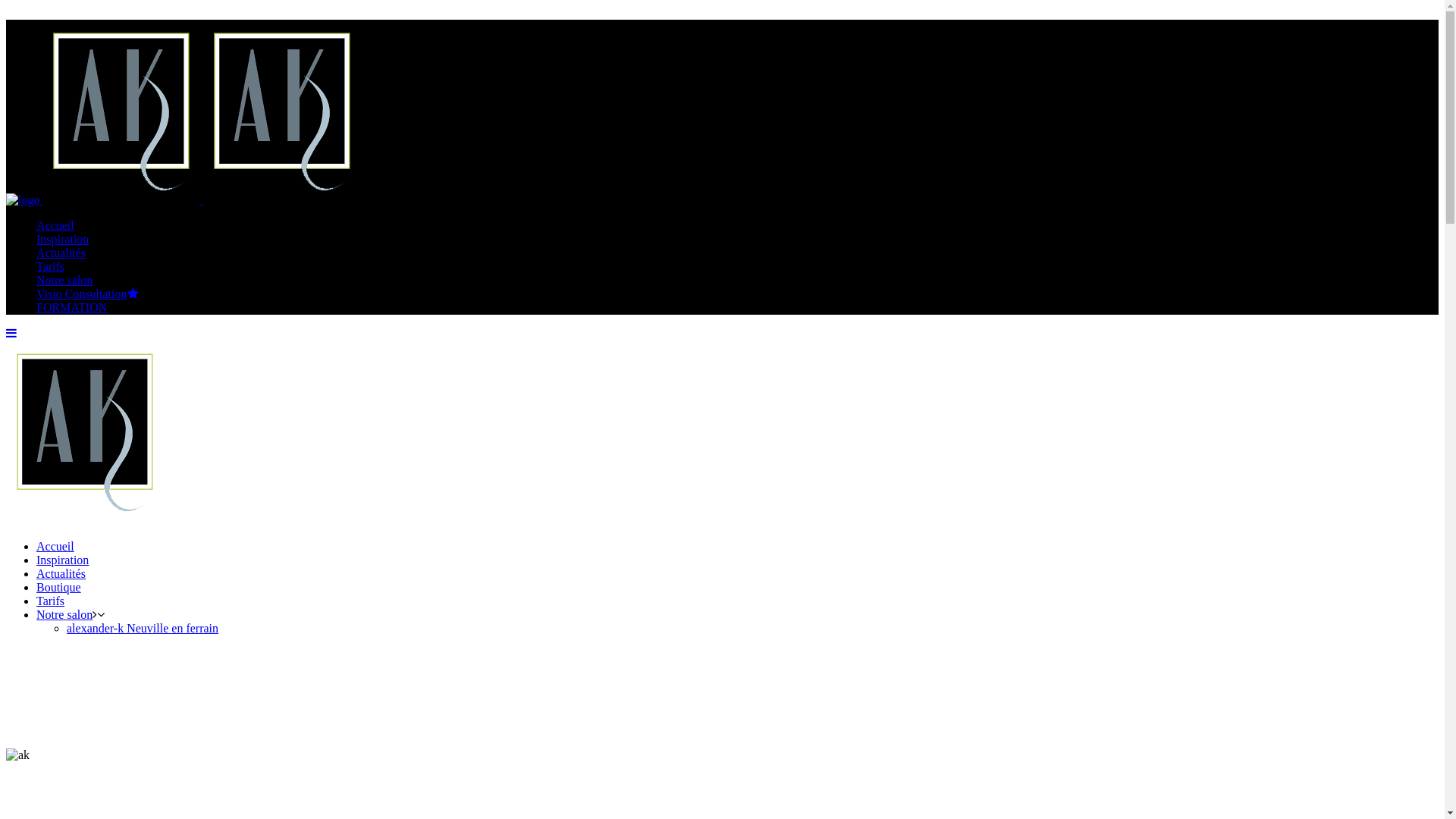 The width and height of the screenshot is (1456, 819). Describe the element at coordinates (50, 265) in the screenshot. I see `'Tarifs'` at that location.